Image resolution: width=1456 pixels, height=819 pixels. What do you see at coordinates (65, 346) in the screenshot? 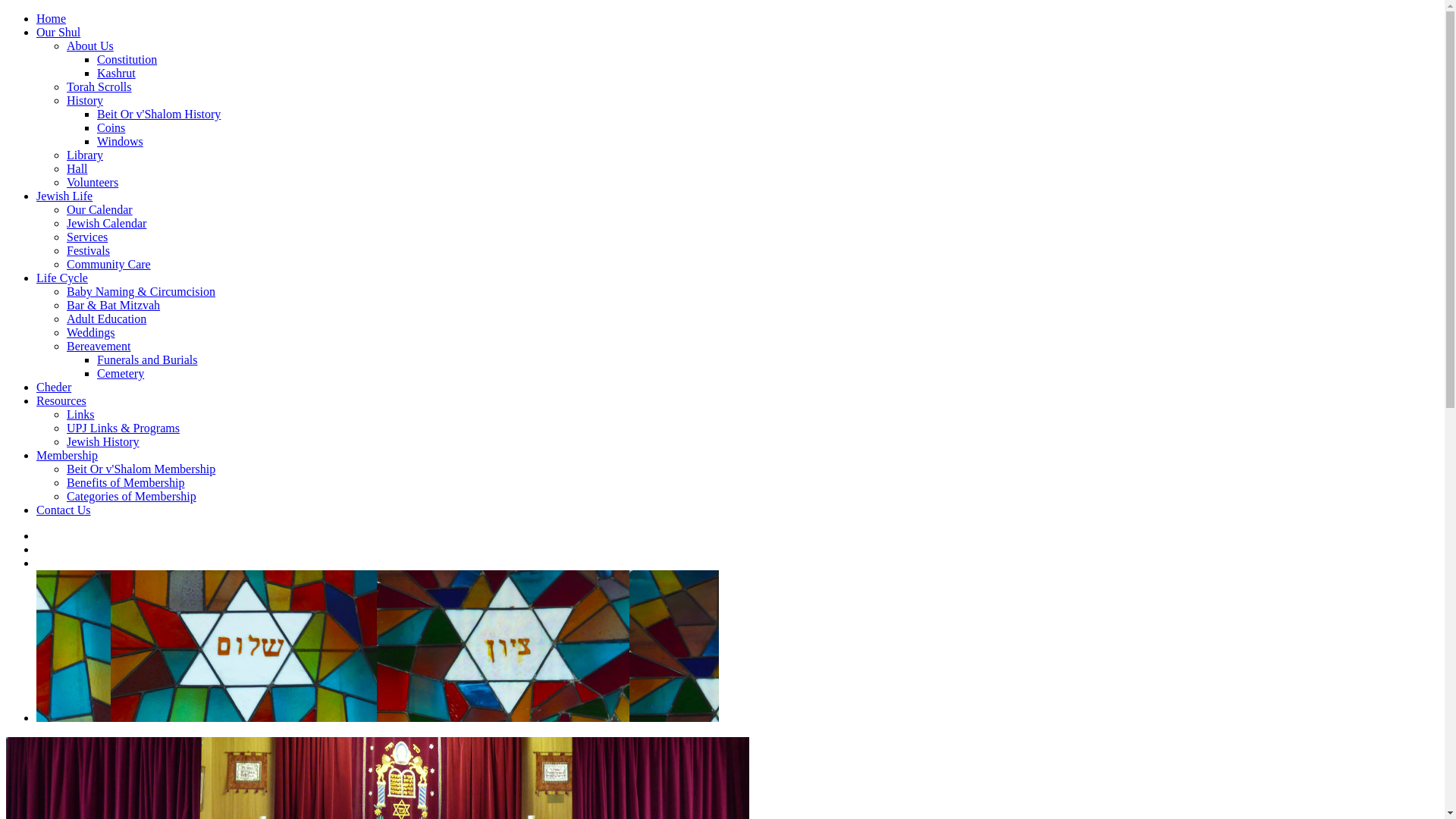
I see `'Bereavement'` at bounding box center [65, 346].